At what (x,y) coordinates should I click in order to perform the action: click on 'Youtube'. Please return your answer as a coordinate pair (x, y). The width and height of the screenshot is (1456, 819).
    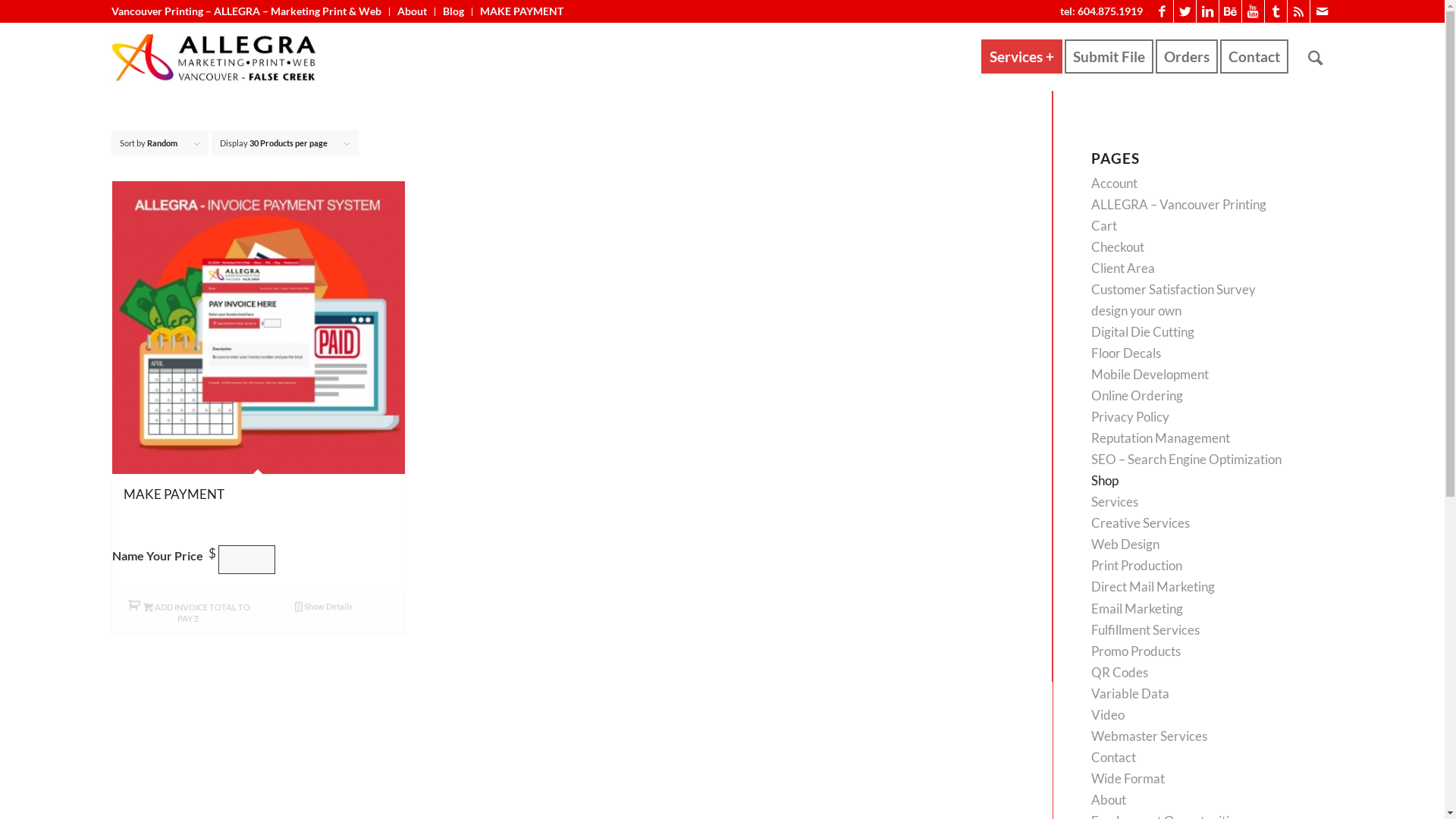
    Looking at the image, I should click on (1253, 11).